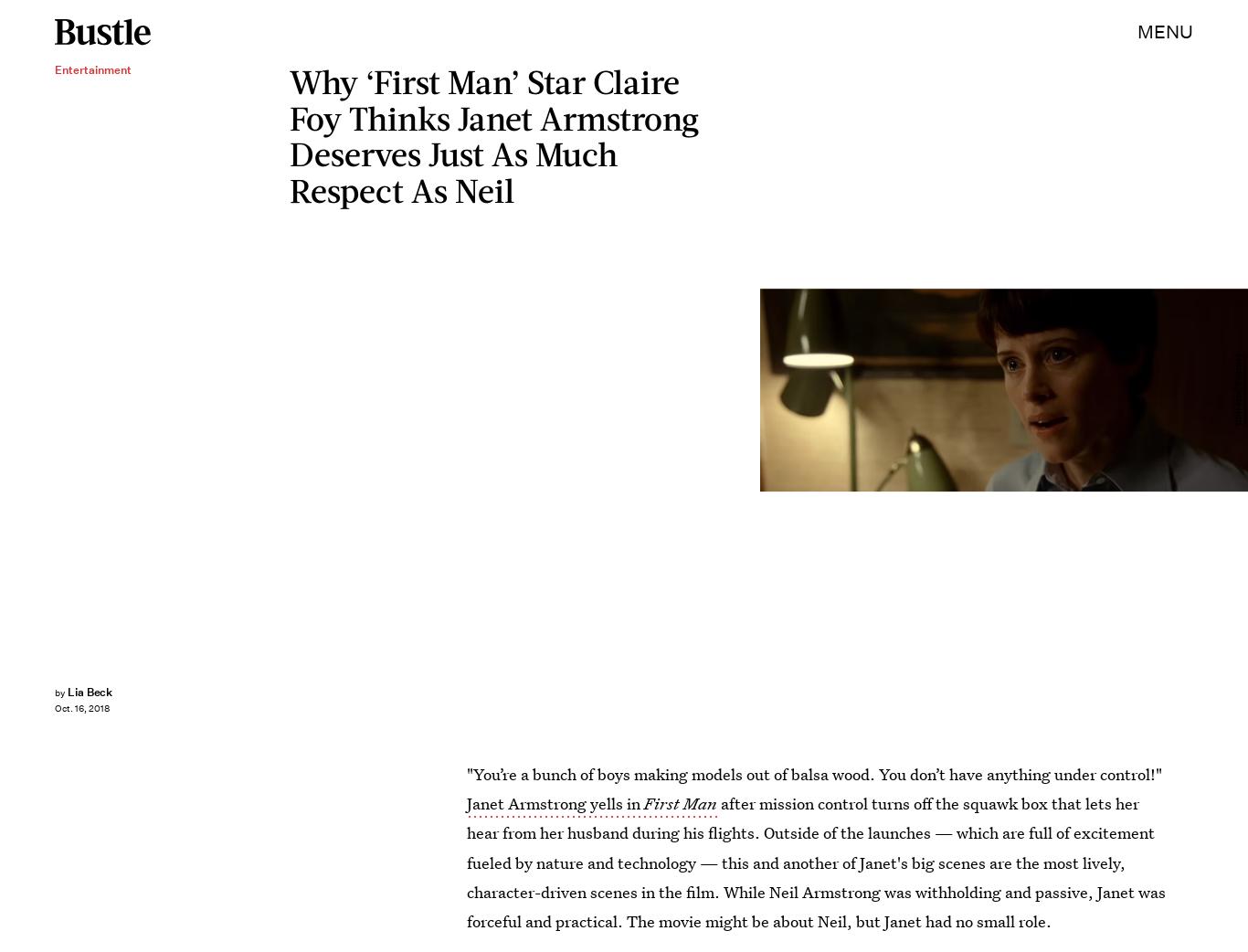  What do you see at coordinates (1238, 388) in the screenshot?
I see `'Universal Pictures'` at bounding box center [1238, 388].